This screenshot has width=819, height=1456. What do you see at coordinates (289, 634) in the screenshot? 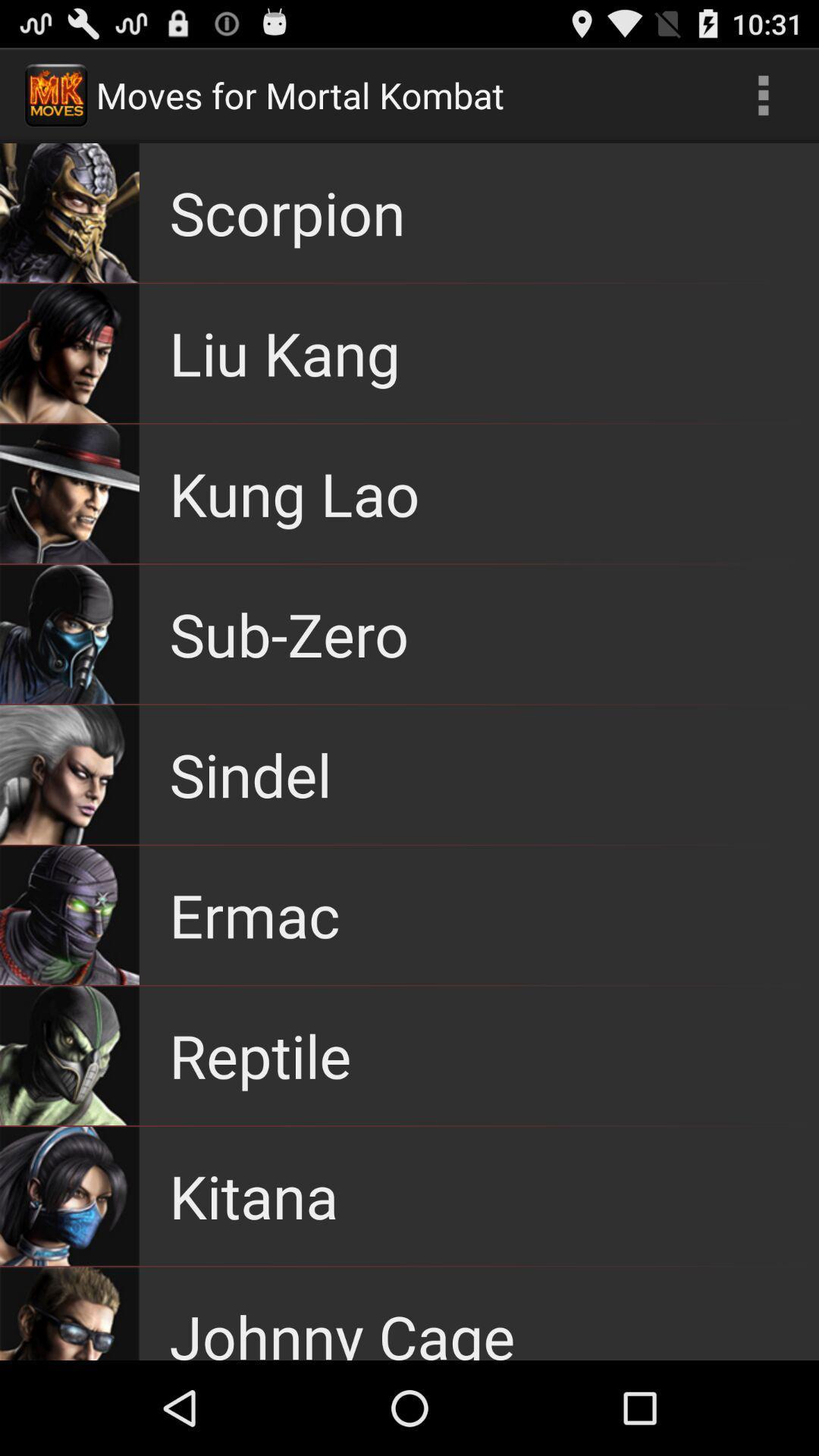
I see `the app above sindel app` at bounding box center [289, 634].